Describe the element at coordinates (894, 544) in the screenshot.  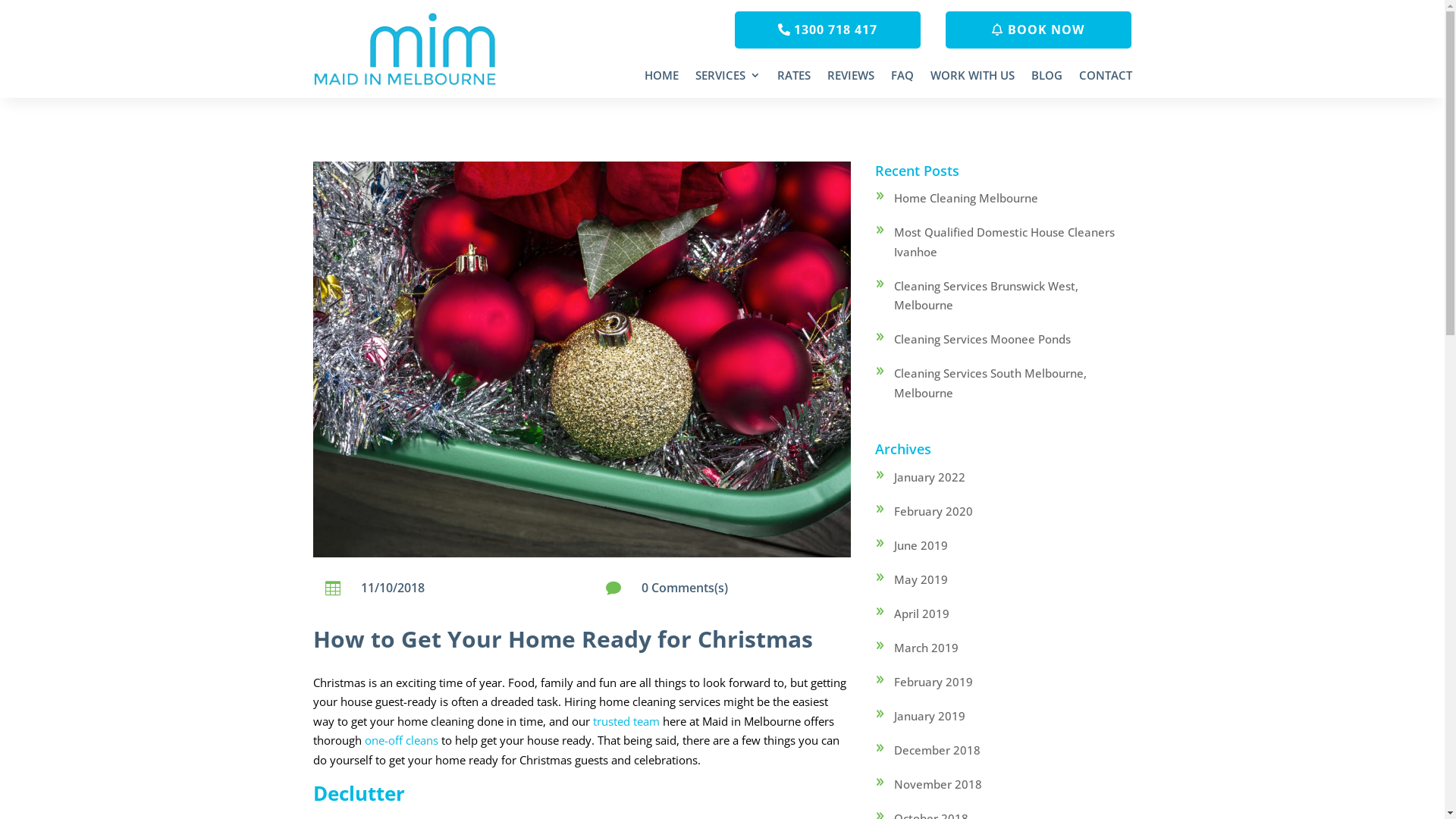
I see `'June 2019'` at that location.